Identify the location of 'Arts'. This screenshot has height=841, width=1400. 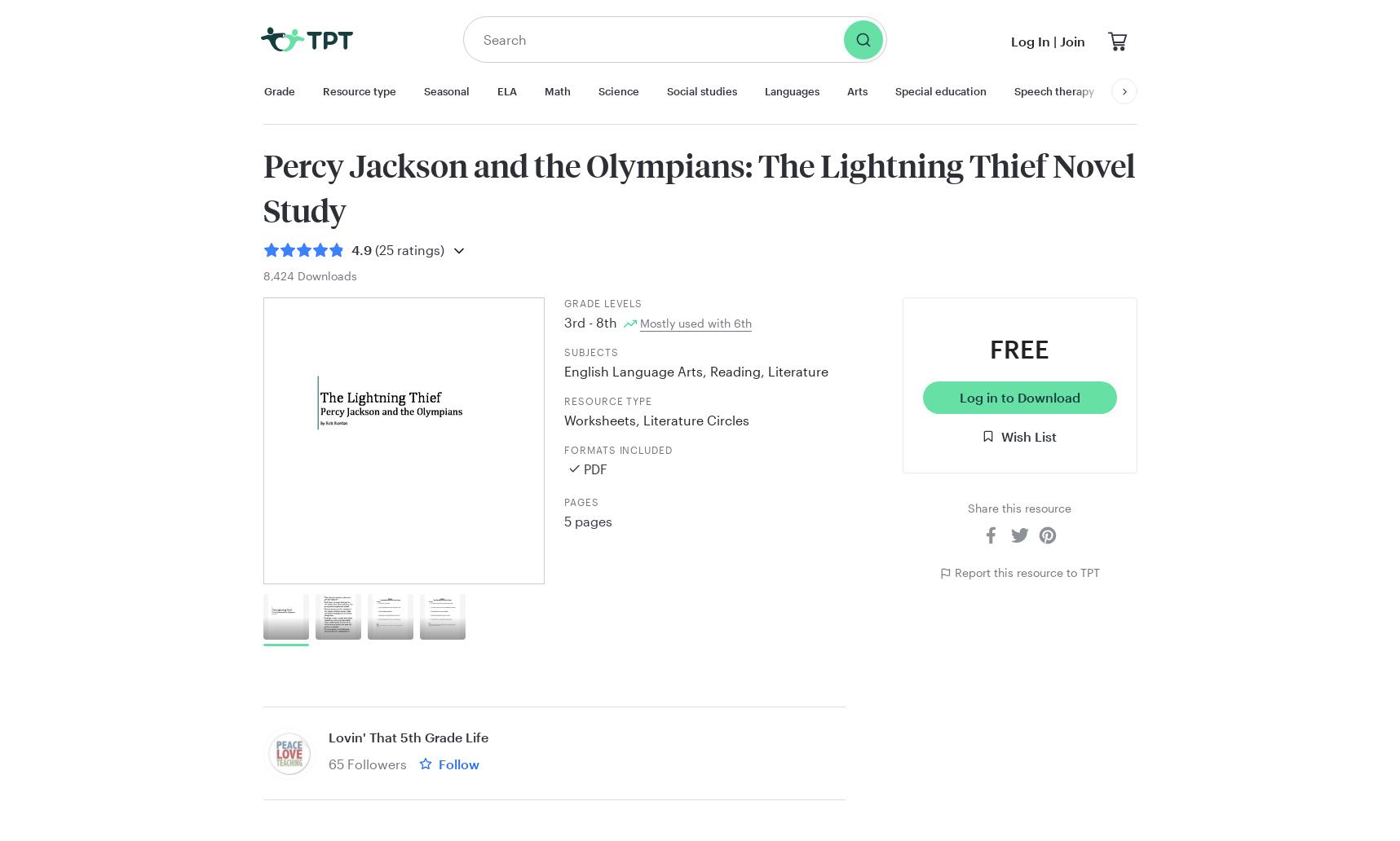
(856, 90).